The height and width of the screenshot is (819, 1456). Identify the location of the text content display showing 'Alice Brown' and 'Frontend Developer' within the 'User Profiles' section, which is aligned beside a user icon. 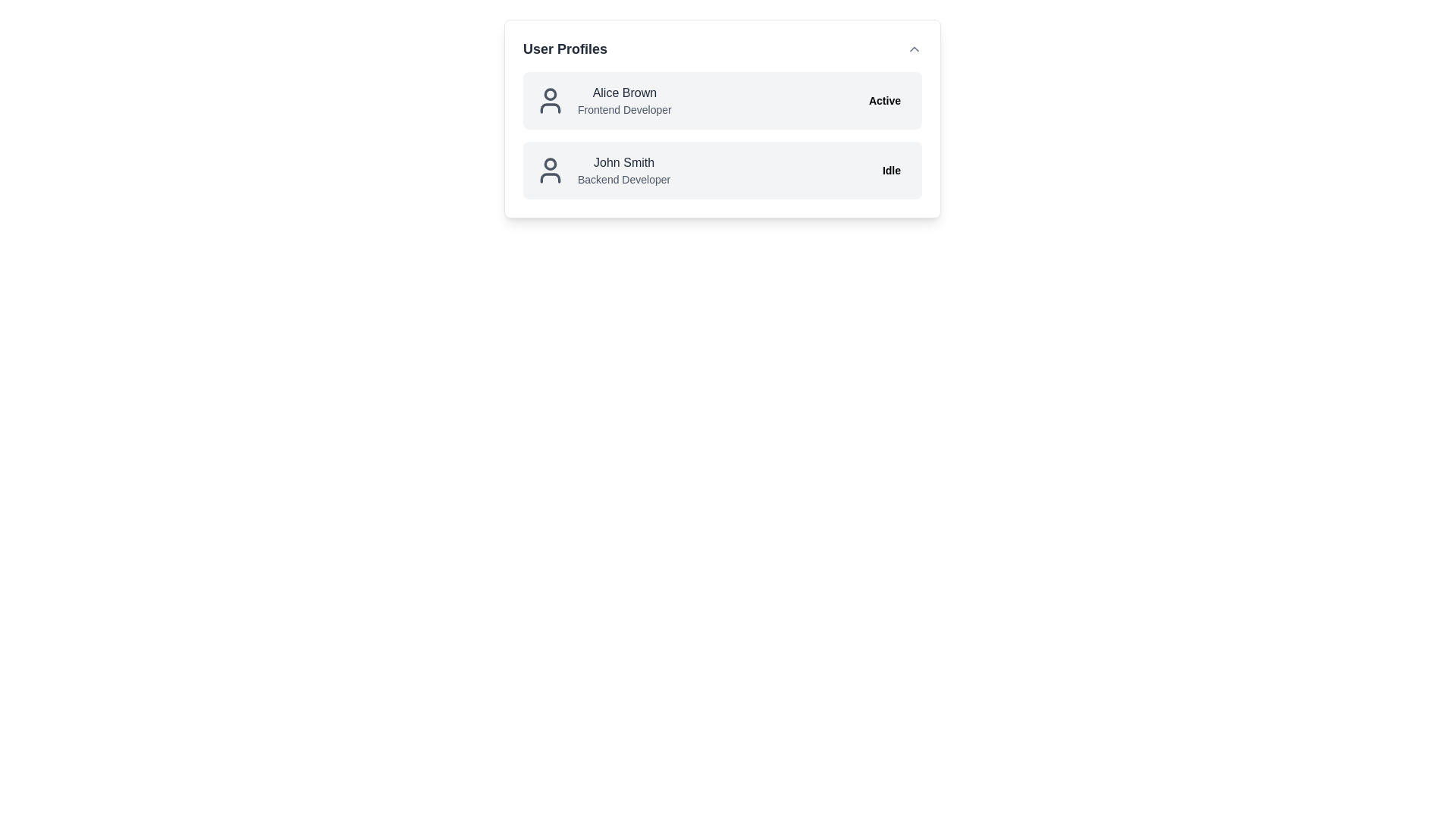
(624, 100).